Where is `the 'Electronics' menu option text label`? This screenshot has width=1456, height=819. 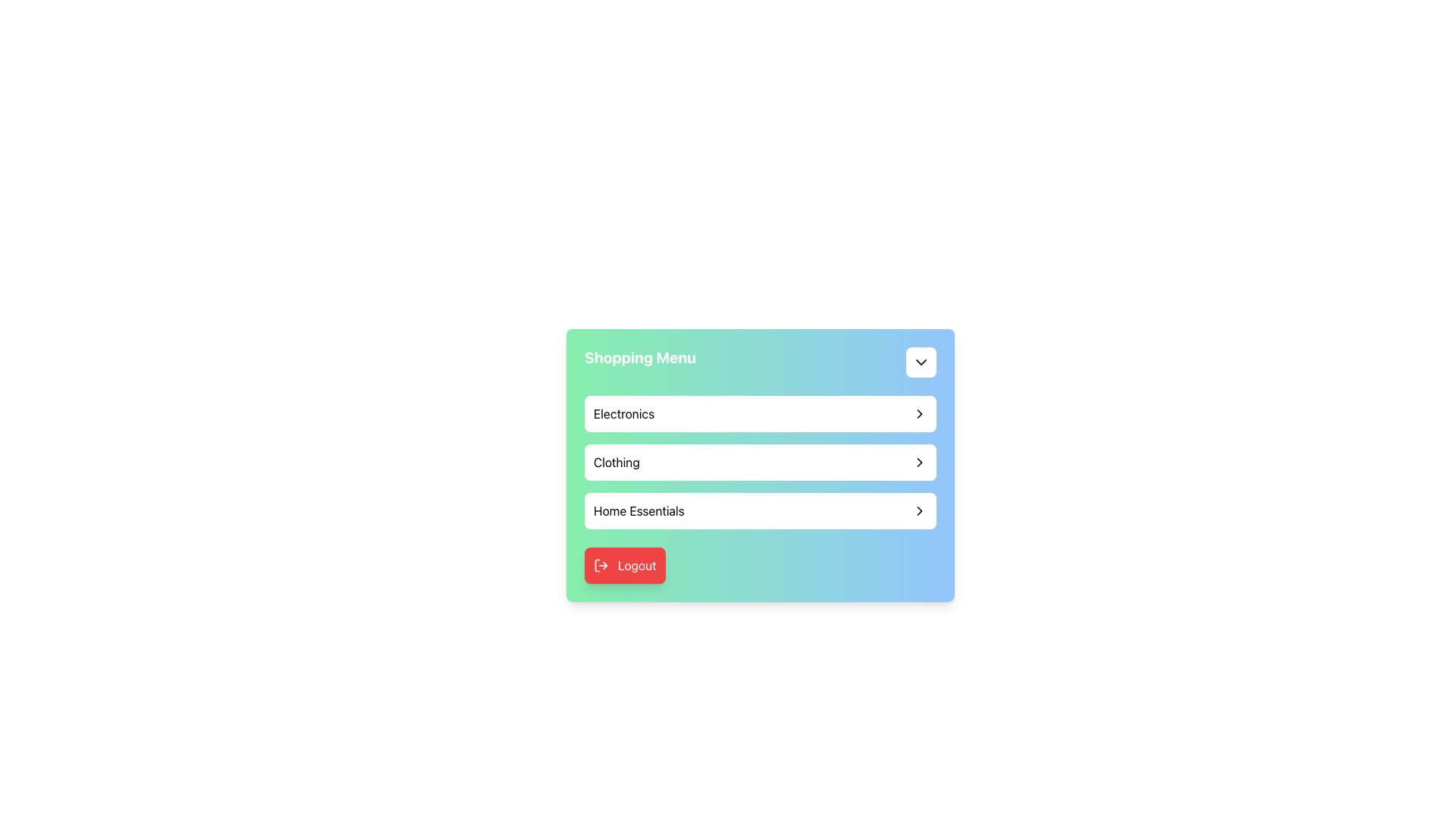
the 'Electronics' menu option text label is located at coordinates (624, 414).